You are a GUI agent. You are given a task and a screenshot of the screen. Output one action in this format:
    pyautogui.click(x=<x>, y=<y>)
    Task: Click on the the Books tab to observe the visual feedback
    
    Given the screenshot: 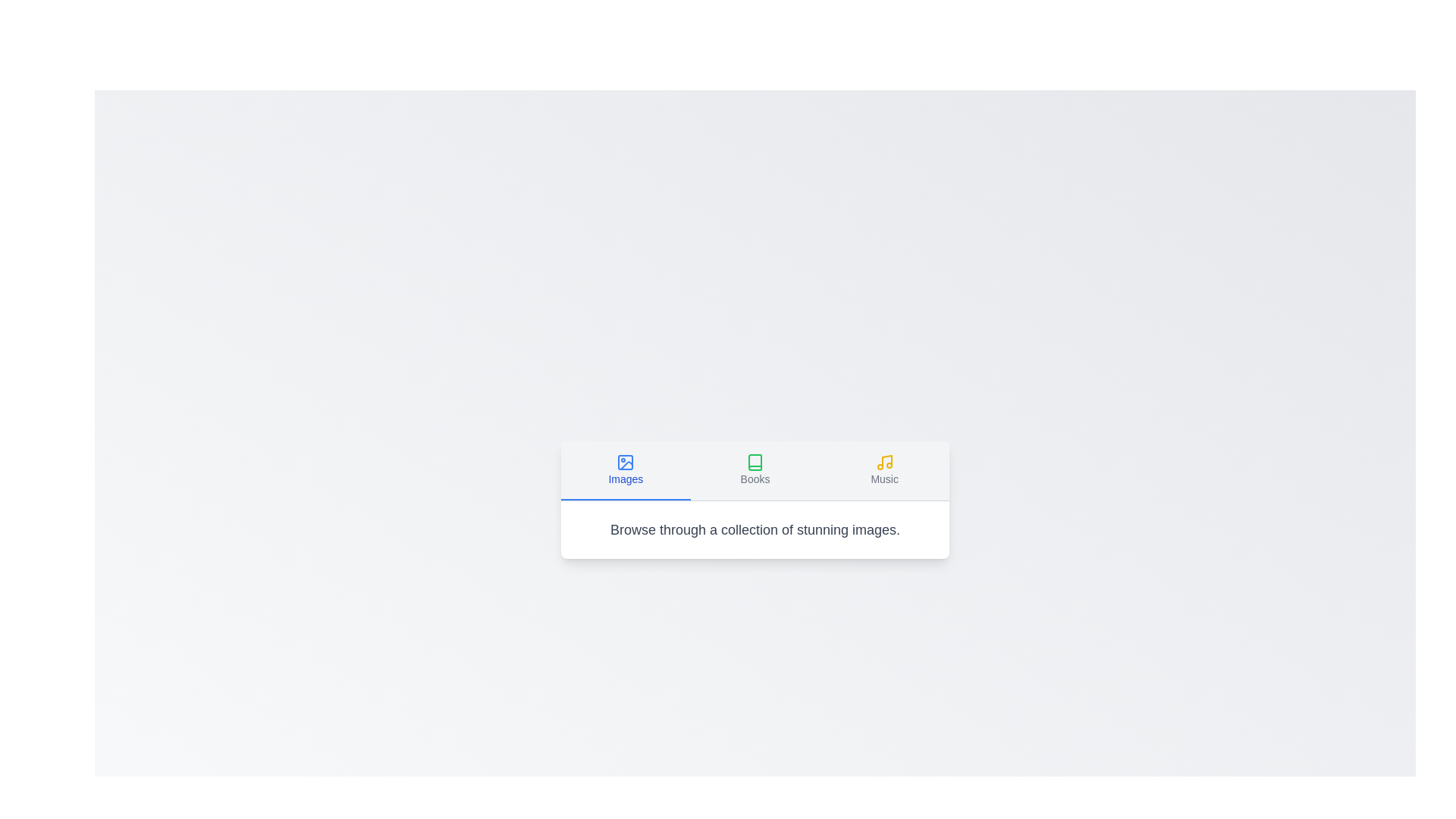 What is the action you would take?
    pyautogui.click(x=755, y=469)
    